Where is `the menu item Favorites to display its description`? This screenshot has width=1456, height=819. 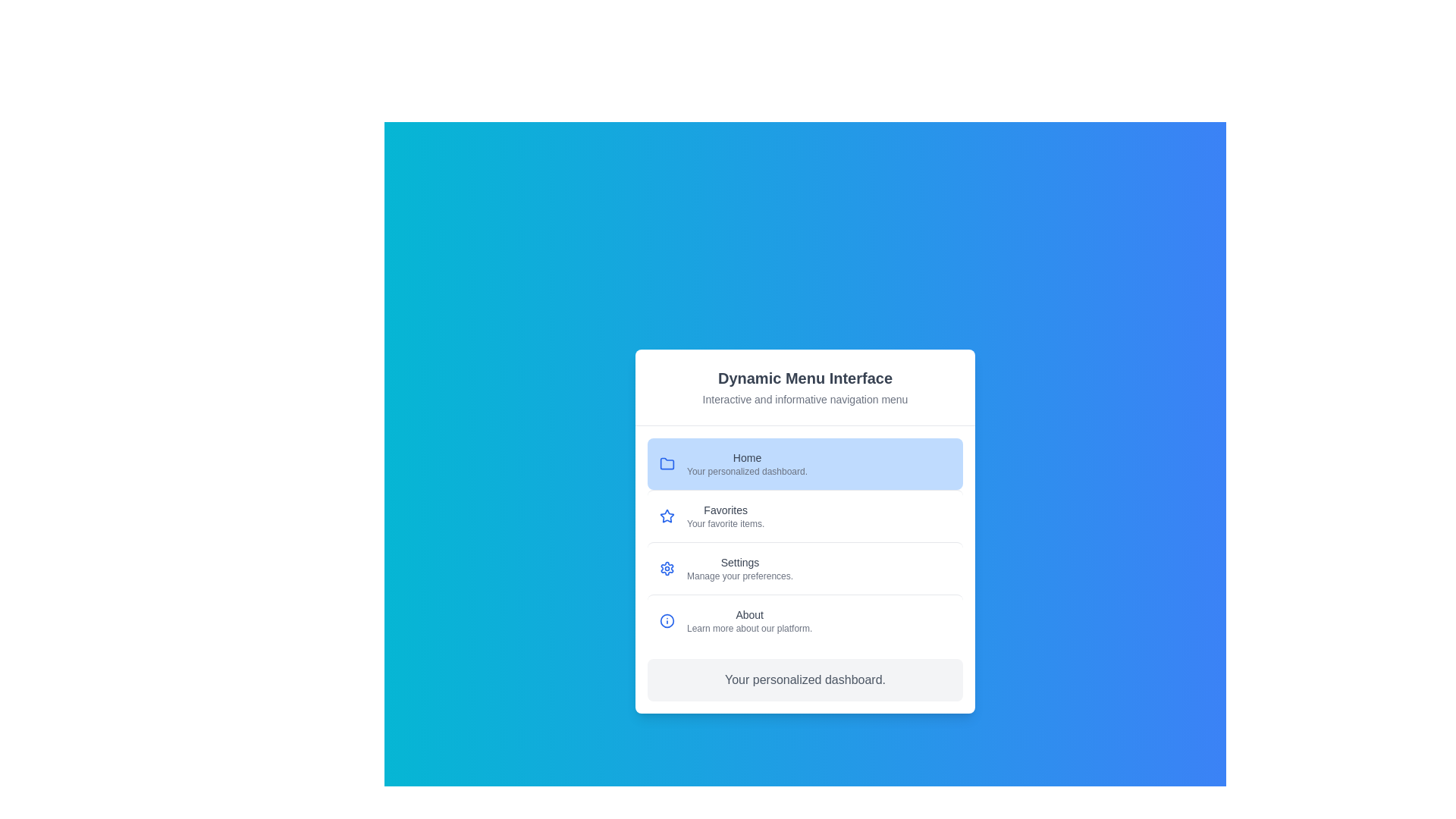 the menu item Favorites to display its description is located at coordinates (804, 515).